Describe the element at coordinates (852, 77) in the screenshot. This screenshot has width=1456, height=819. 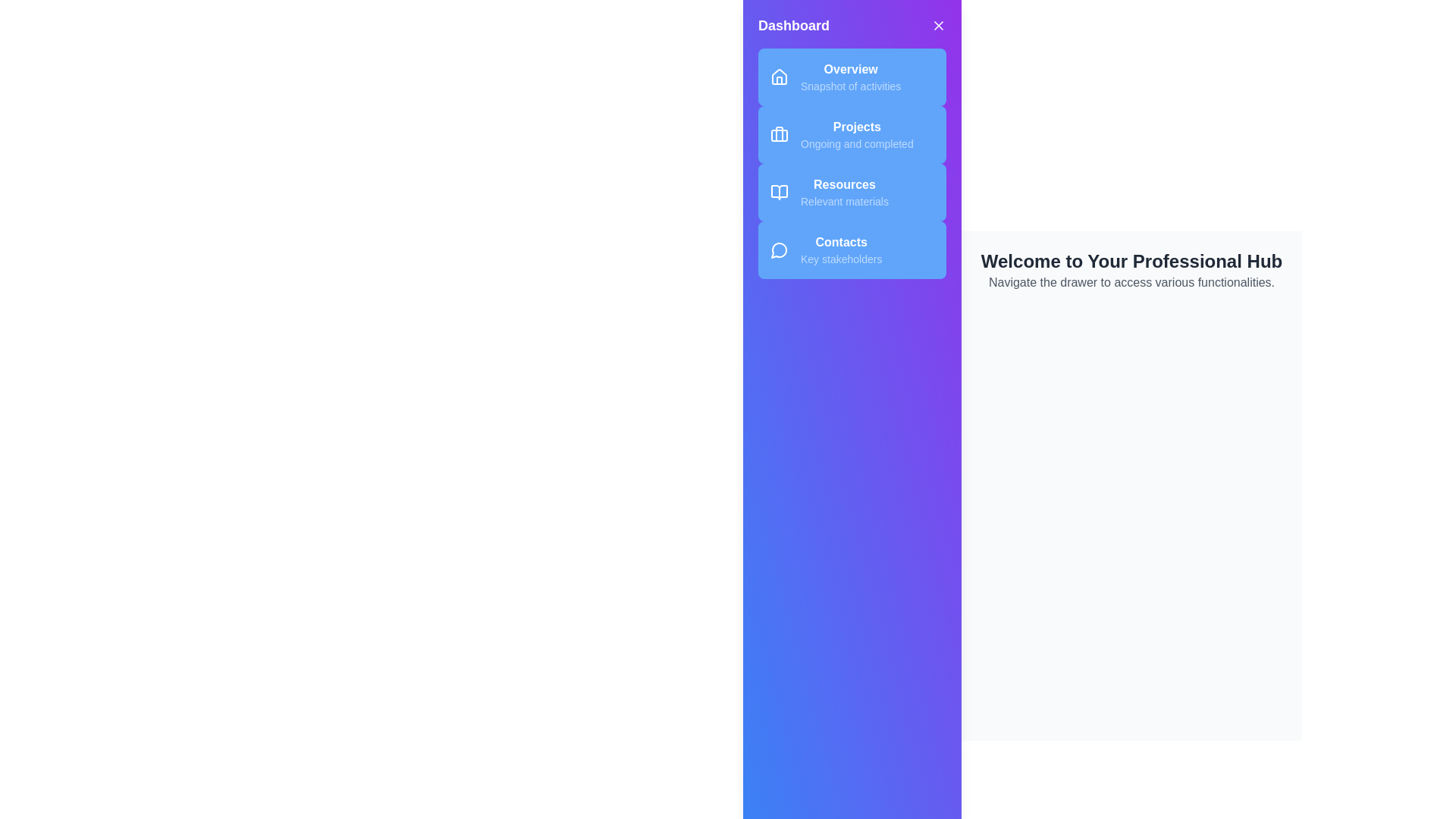
I see `the menu item labeled Overview to navigate to its section` at that location.